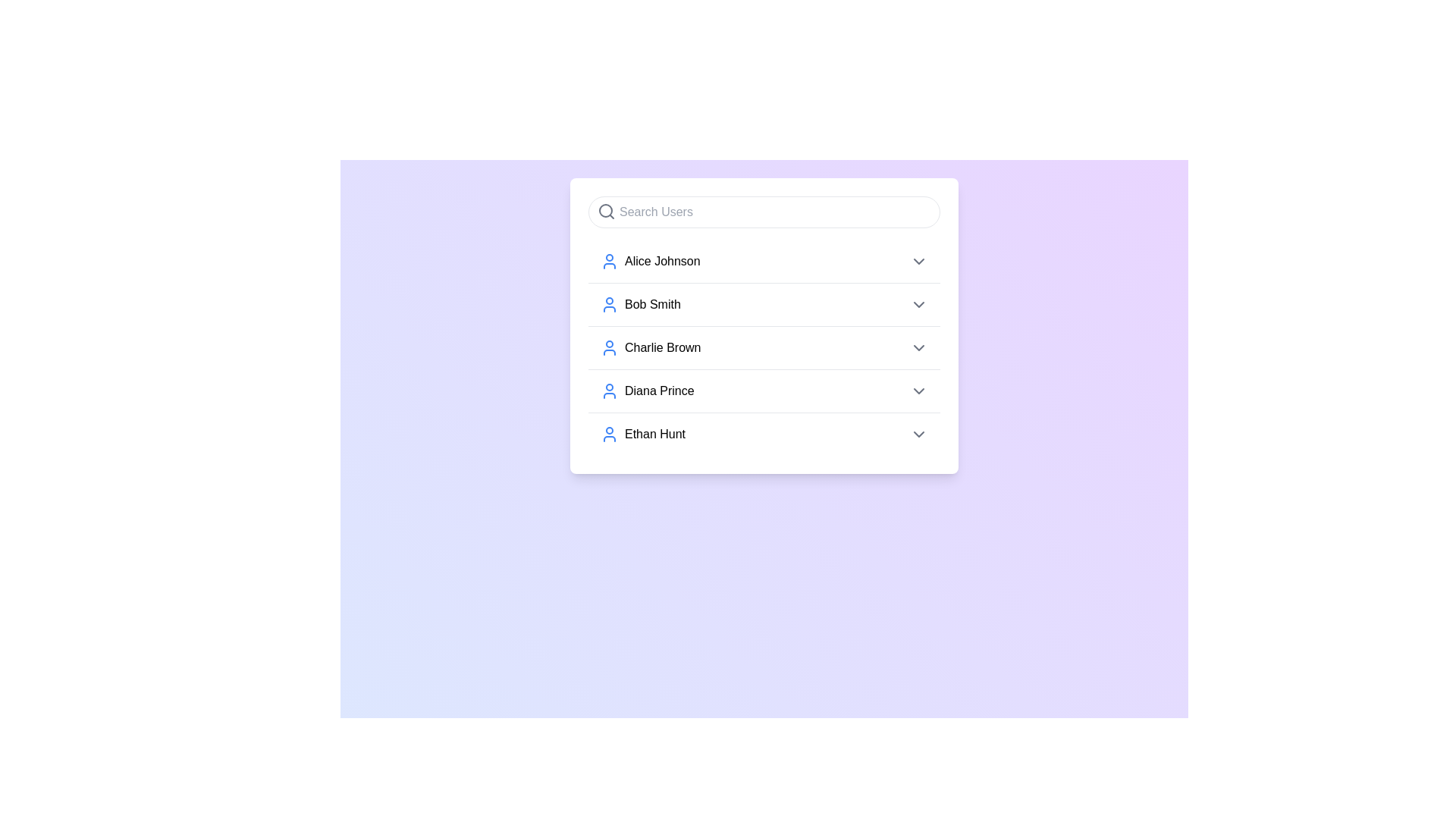  Describe the element at coordinates (764, 304) in the screenshot. I see `the interactive list item displaying 'Bob Smith'` at that location.